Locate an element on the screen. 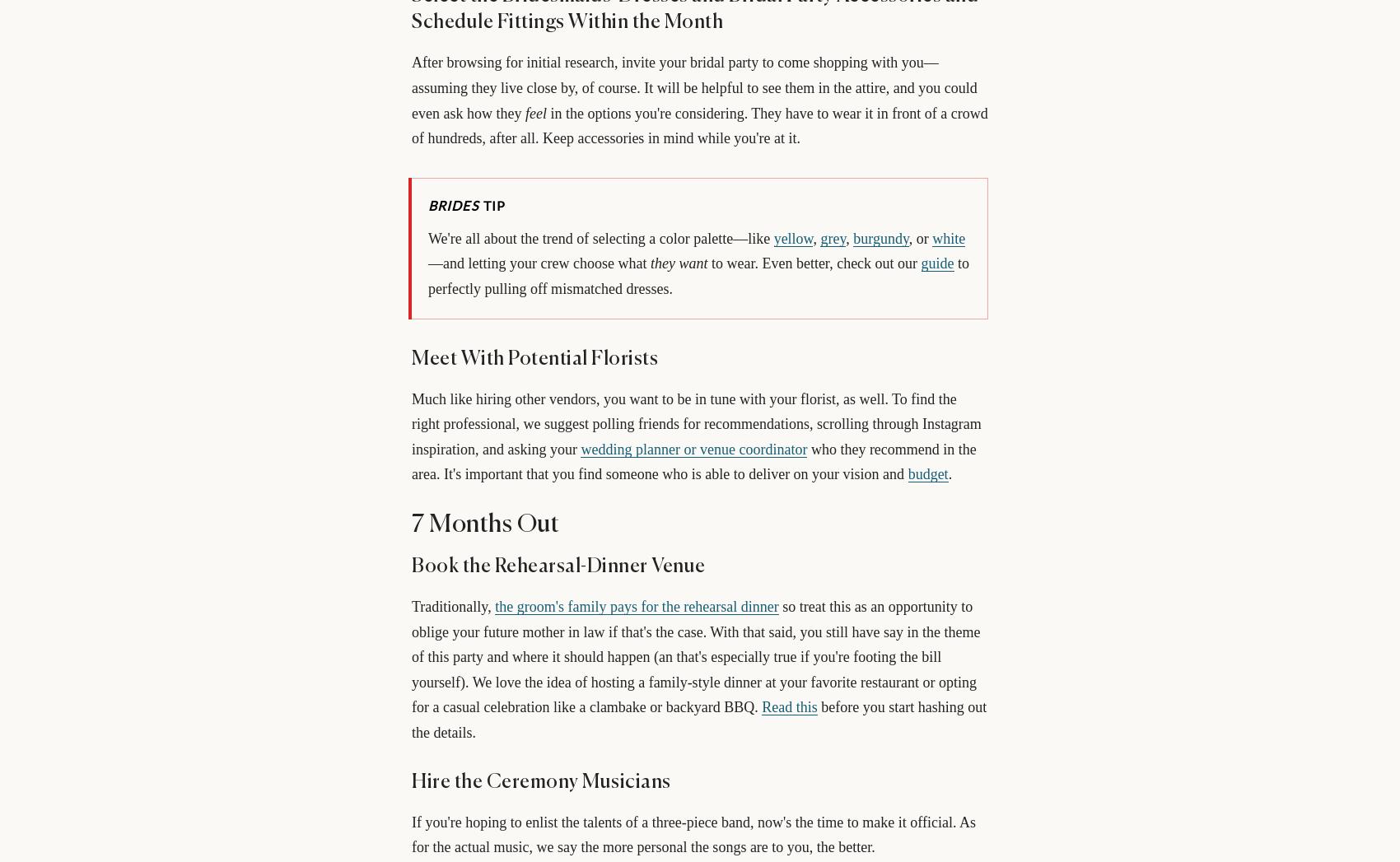 This screenshot has width=1400, height=862. '—and letting your crew choose what' is located at coordinates (428, 262).